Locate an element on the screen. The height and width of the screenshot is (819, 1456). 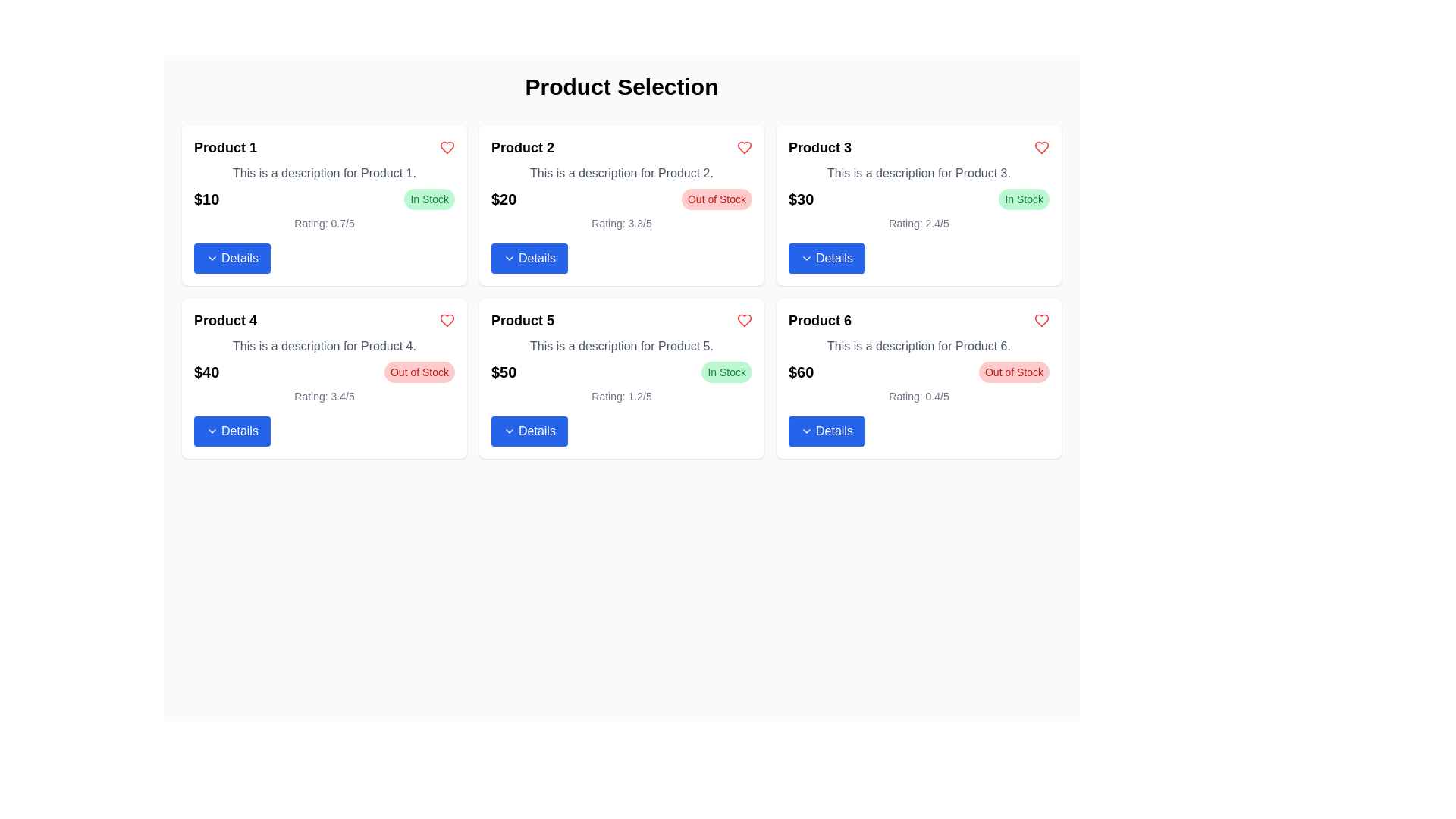
the heart-shaped interactive icon located in the upper-right corner of the 'Product 6' card is located at coordinates (1040, 320).